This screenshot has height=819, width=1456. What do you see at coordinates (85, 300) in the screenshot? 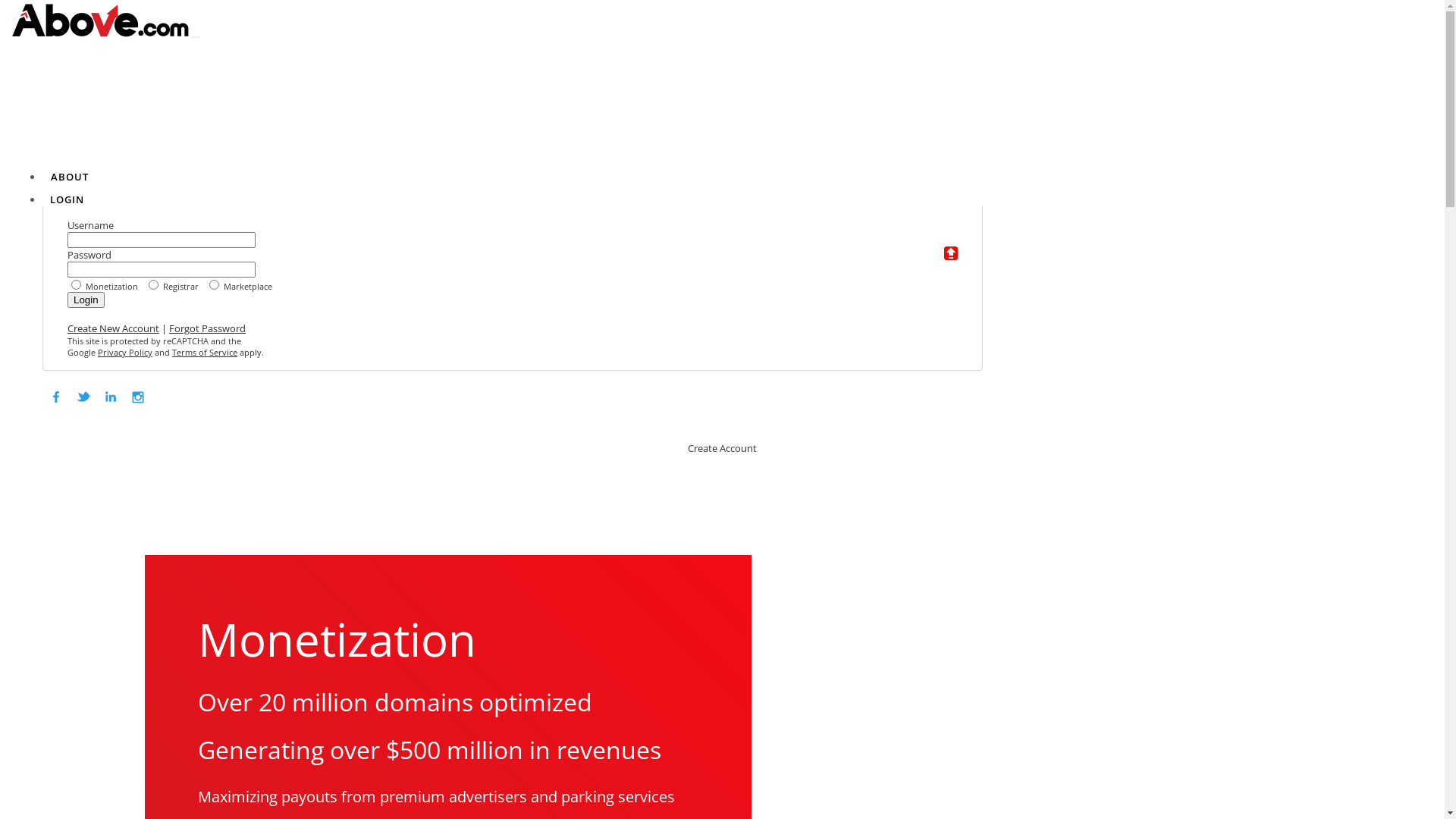
I see `'Login'` at bounding box center [85, 300].